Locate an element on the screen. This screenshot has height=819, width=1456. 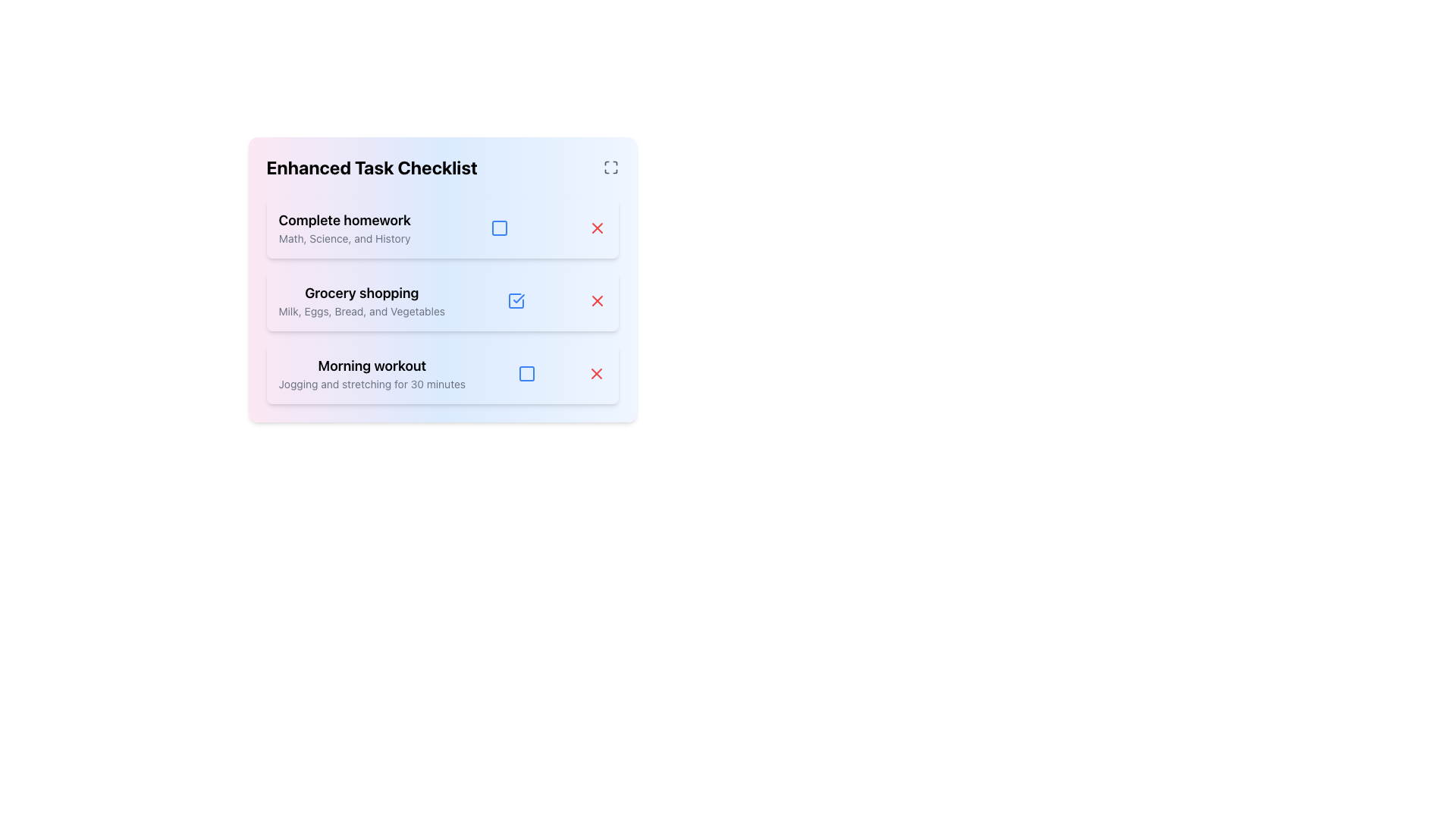
the interactive checkbox for the 'Morning workout' task is located at coordinates (526, 374).